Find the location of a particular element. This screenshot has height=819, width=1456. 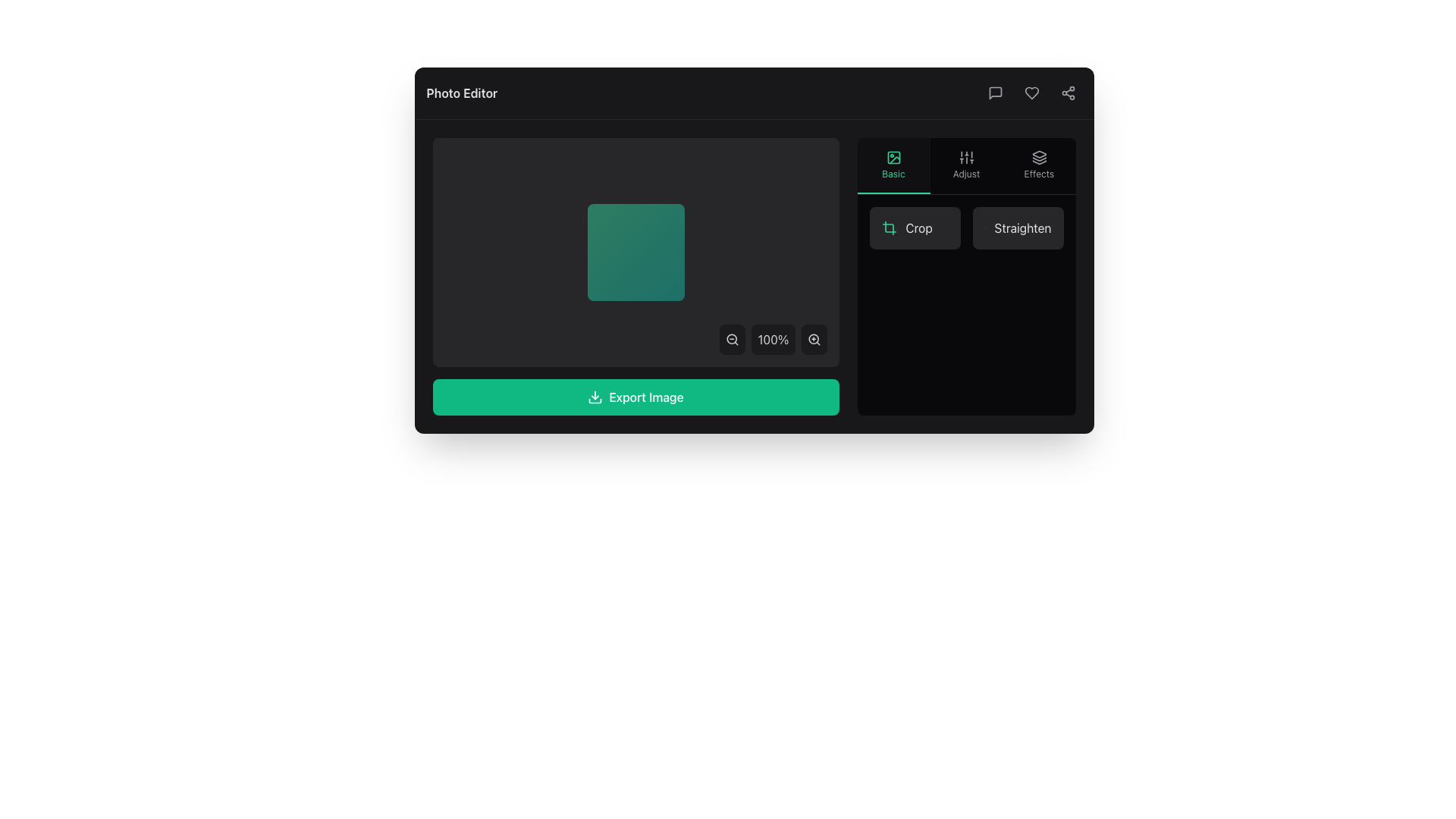

the zoom-in button located at the bottom-right corner of the interface, which is the last button is located at coordinates (813, 338).